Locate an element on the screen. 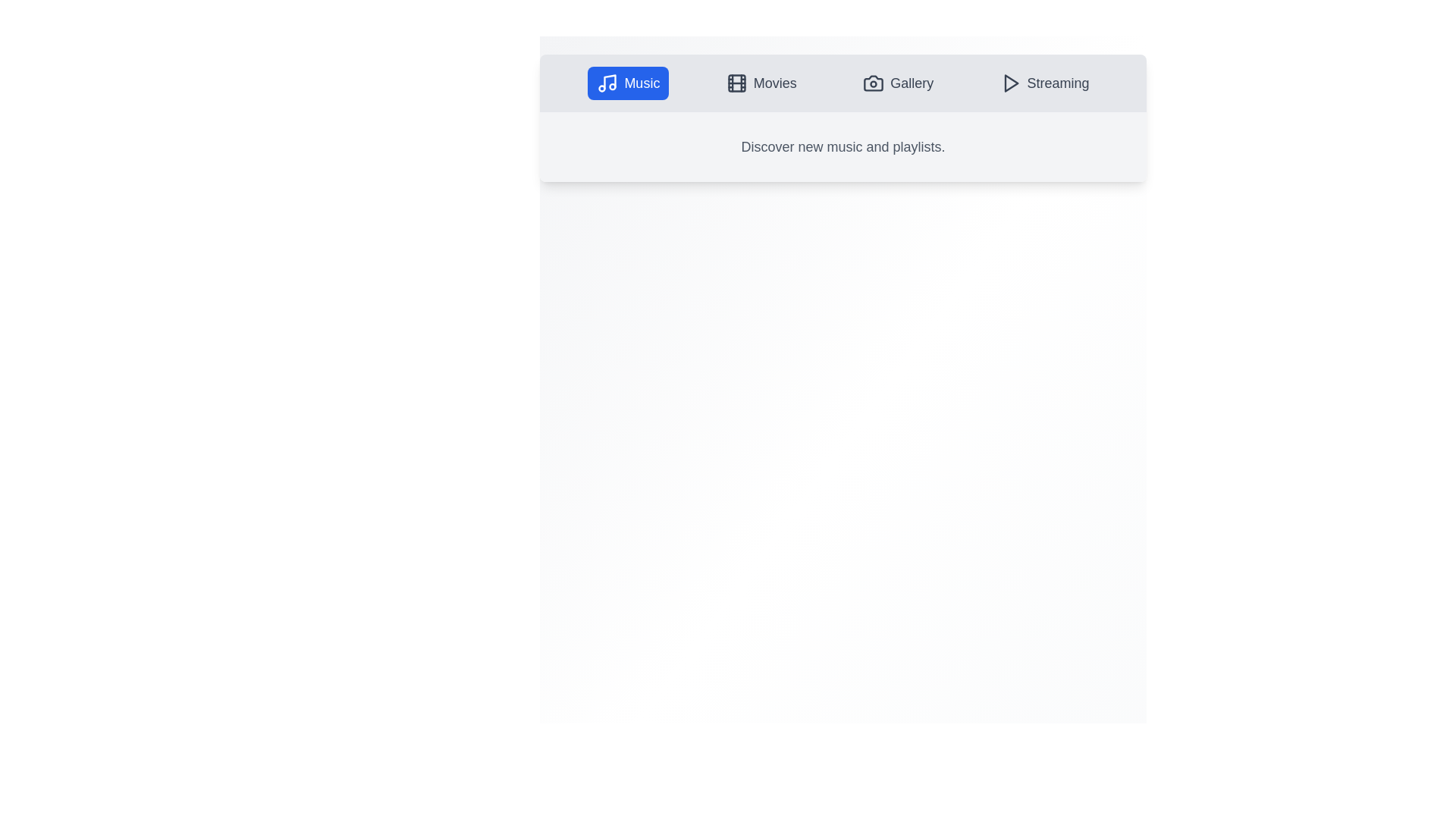 The height and width of the screenshot is (819, 1456). the tab labeled Gallery is located at coordinates (898, 83).